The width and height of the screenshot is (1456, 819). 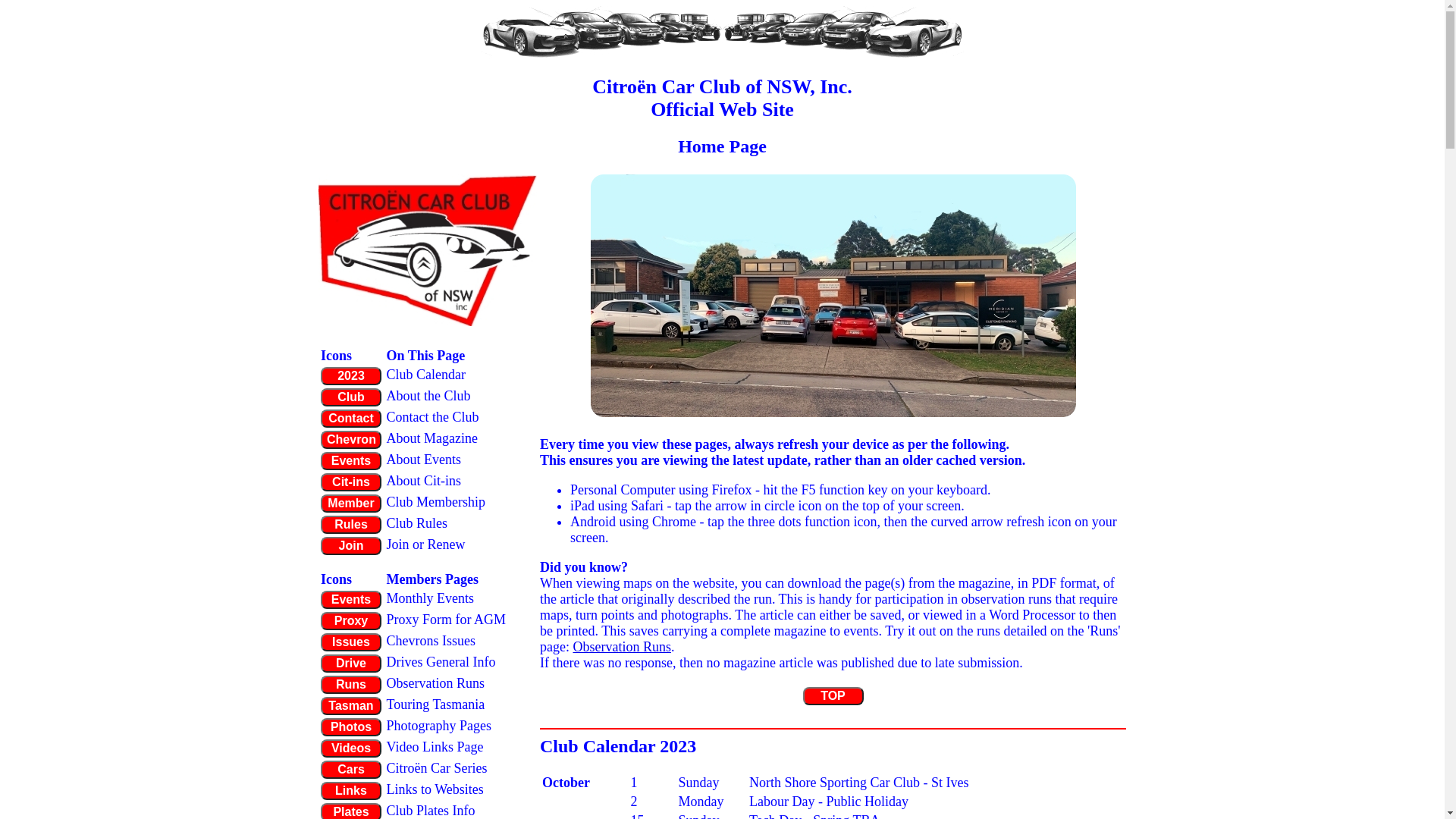 I want to click on 'Videos', so click(x=319, y=748).